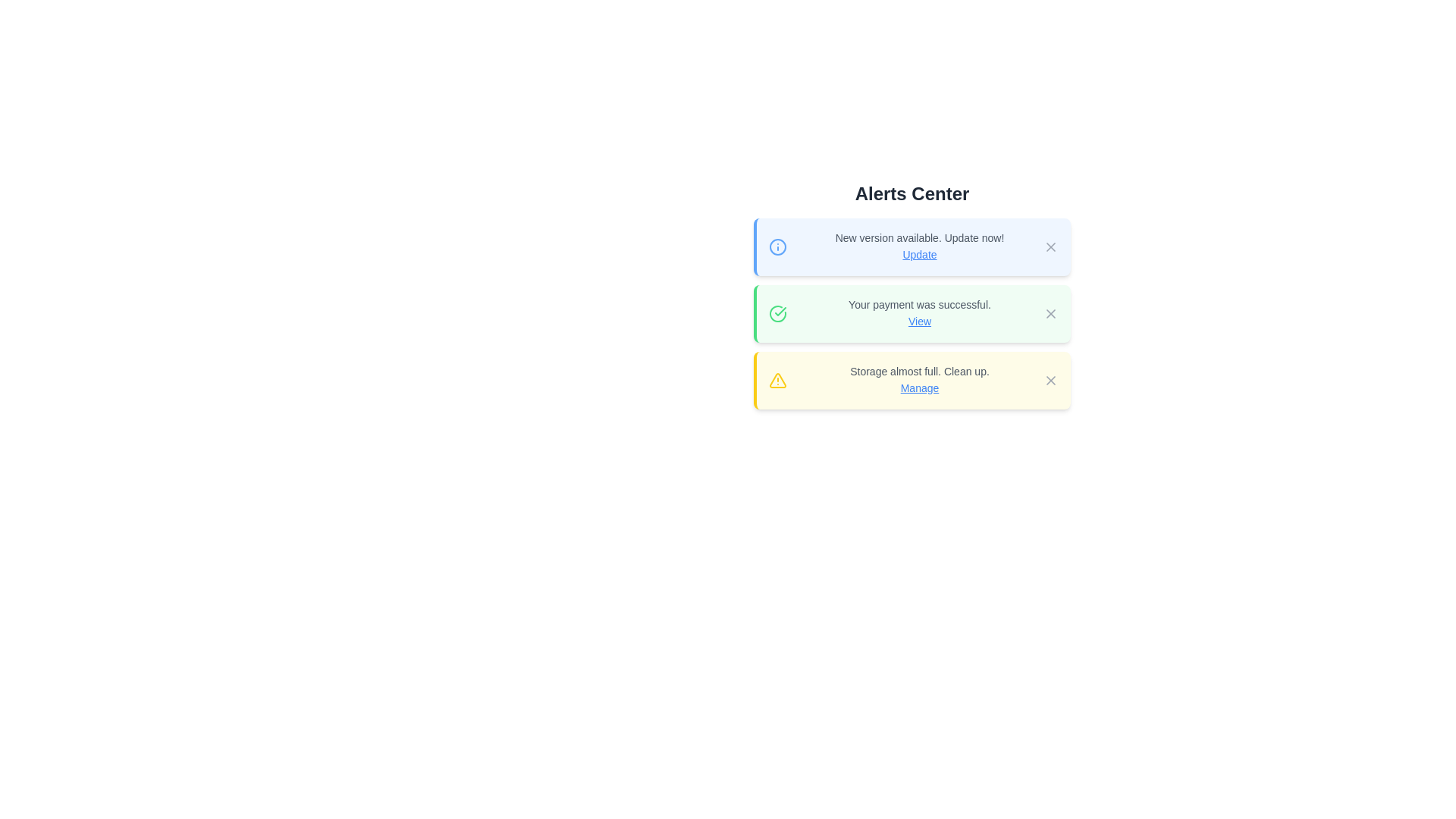 Image resolution: width=1456 pixels, height=819 pixels. Describe the element at coordinates (919, 237) in the screenshot. I see `the text label displaying 'New version available. Update now!' which is located at the top of the first notification card with a subtle blue background` at that location.